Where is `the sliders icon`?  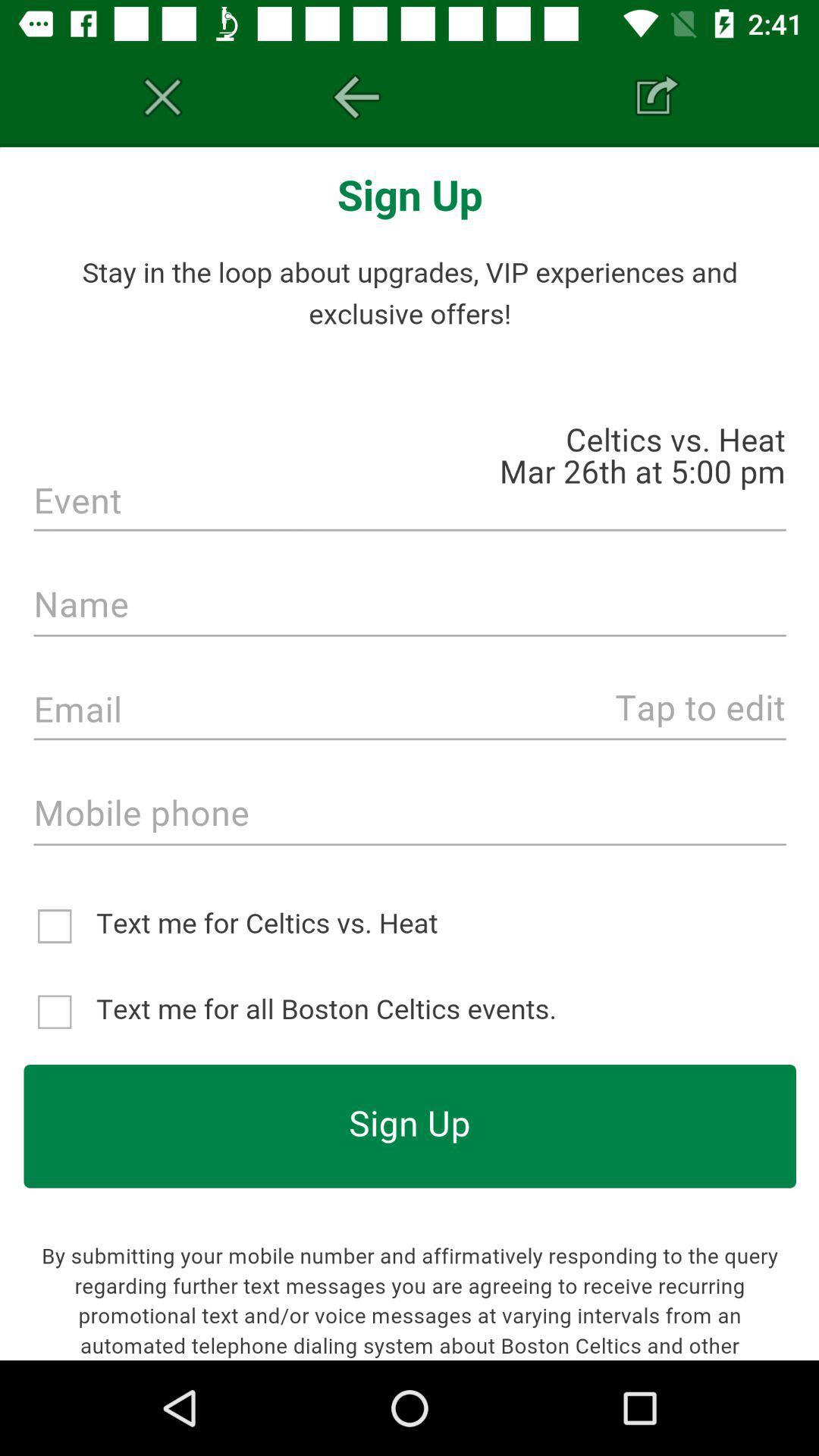
the sliders icon is located at coordinates (162, 96).